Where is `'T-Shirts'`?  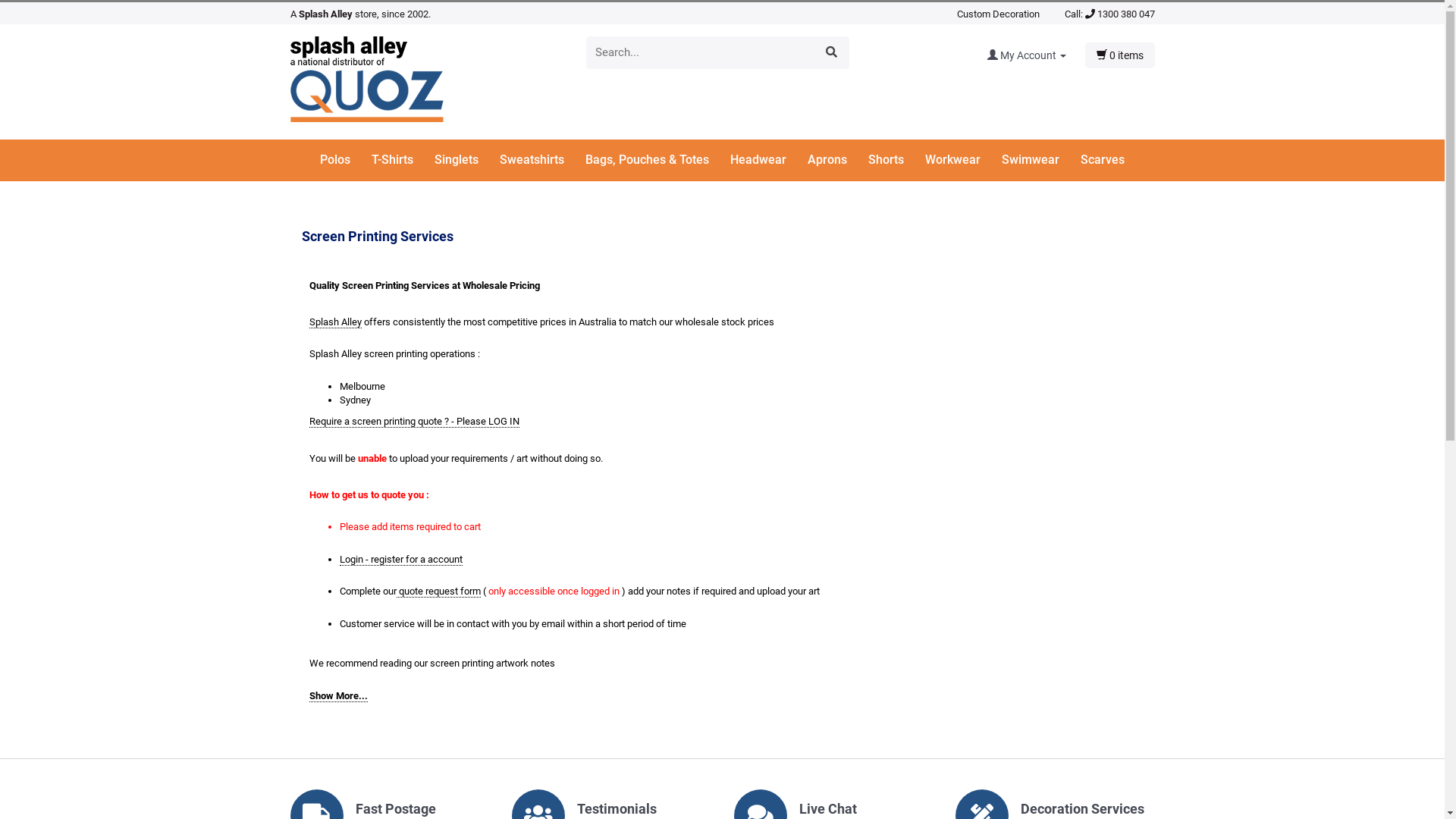
'T-Shirts' is located at coordinates (401, 160).